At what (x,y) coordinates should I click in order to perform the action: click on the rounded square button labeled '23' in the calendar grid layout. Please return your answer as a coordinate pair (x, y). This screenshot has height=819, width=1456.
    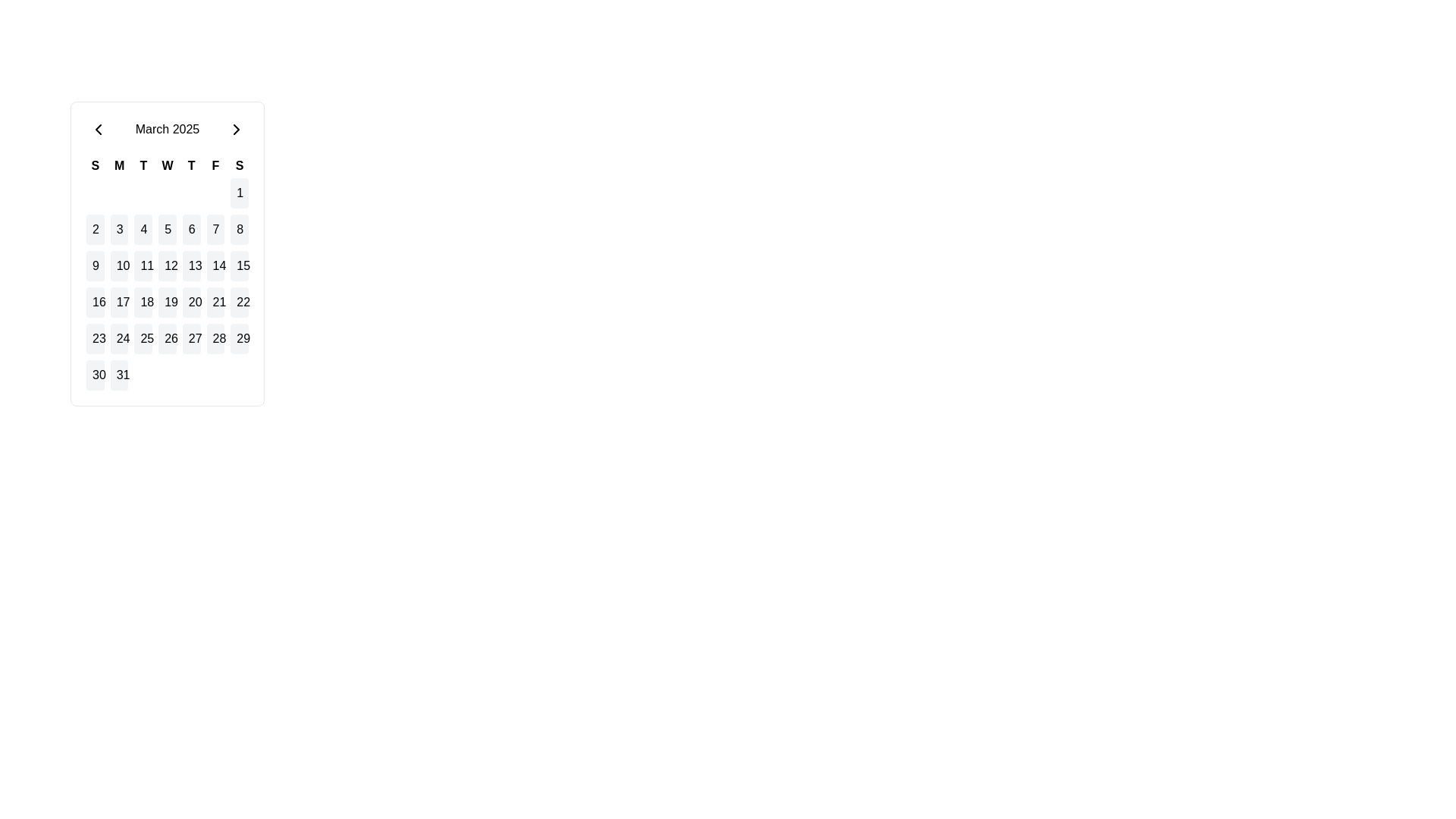
    Looking at the image, I should click on (94, 338).